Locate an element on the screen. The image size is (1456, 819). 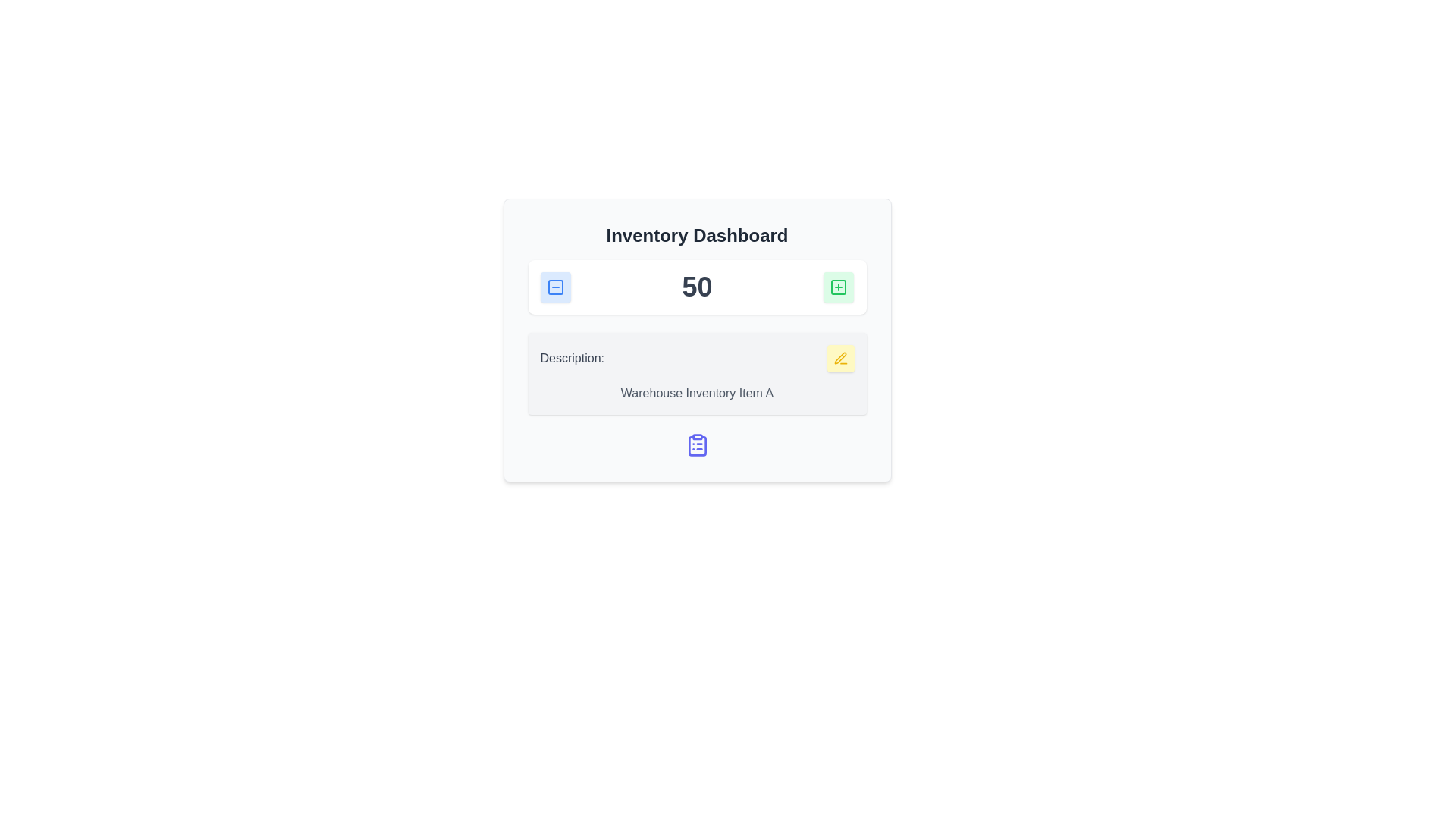
the decrement button located on the left side of the numerical display ('50') is located at coordinates (554, 287).